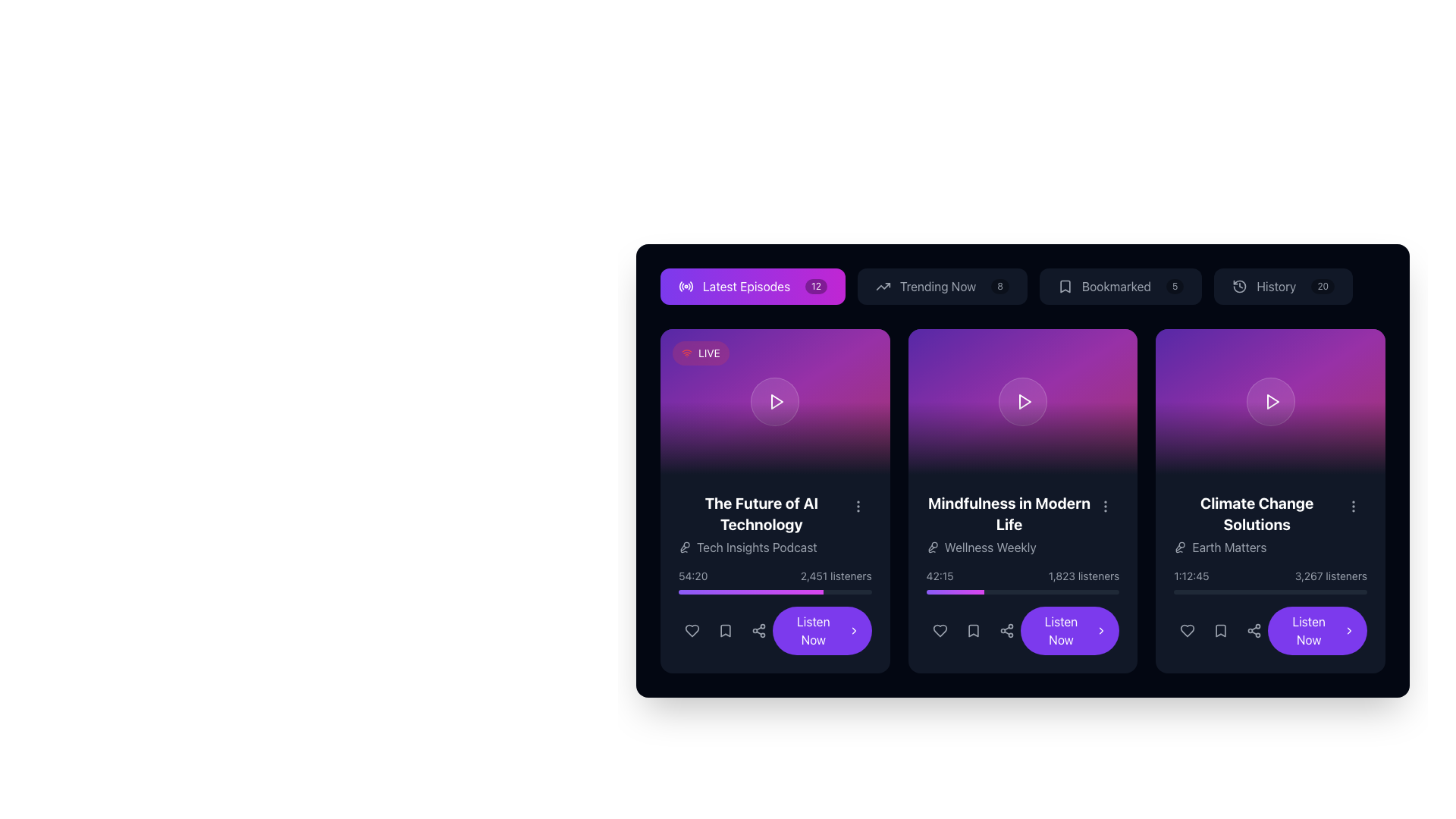 The image size is (1456, 819). I want to click on the podcast episode icon located in the upper left corner of the card for 'The Future of AI Technology', which is positioned to the left of the text 'Tech Insights Podcast', so click(683, 547).